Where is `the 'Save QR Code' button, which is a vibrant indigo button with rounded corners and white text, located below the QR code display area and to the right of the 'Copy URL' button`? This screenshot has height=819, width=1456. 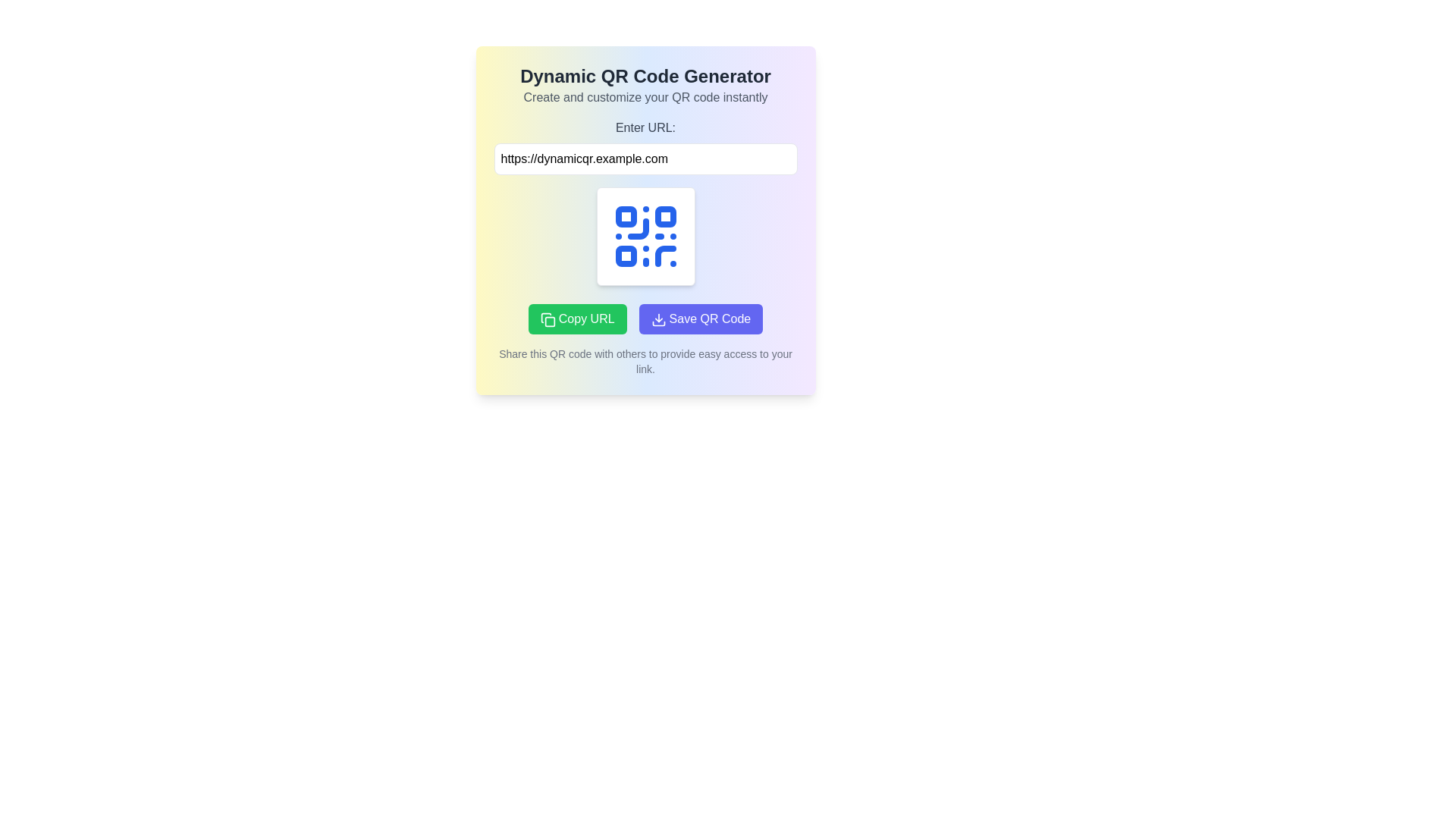
the 'Save QR Code' button, which is a vibrant indigo button with rounded corners and white text, located below the QR code display area and to the right of the 'Copy URL' button is located at coordinates (700, 318).